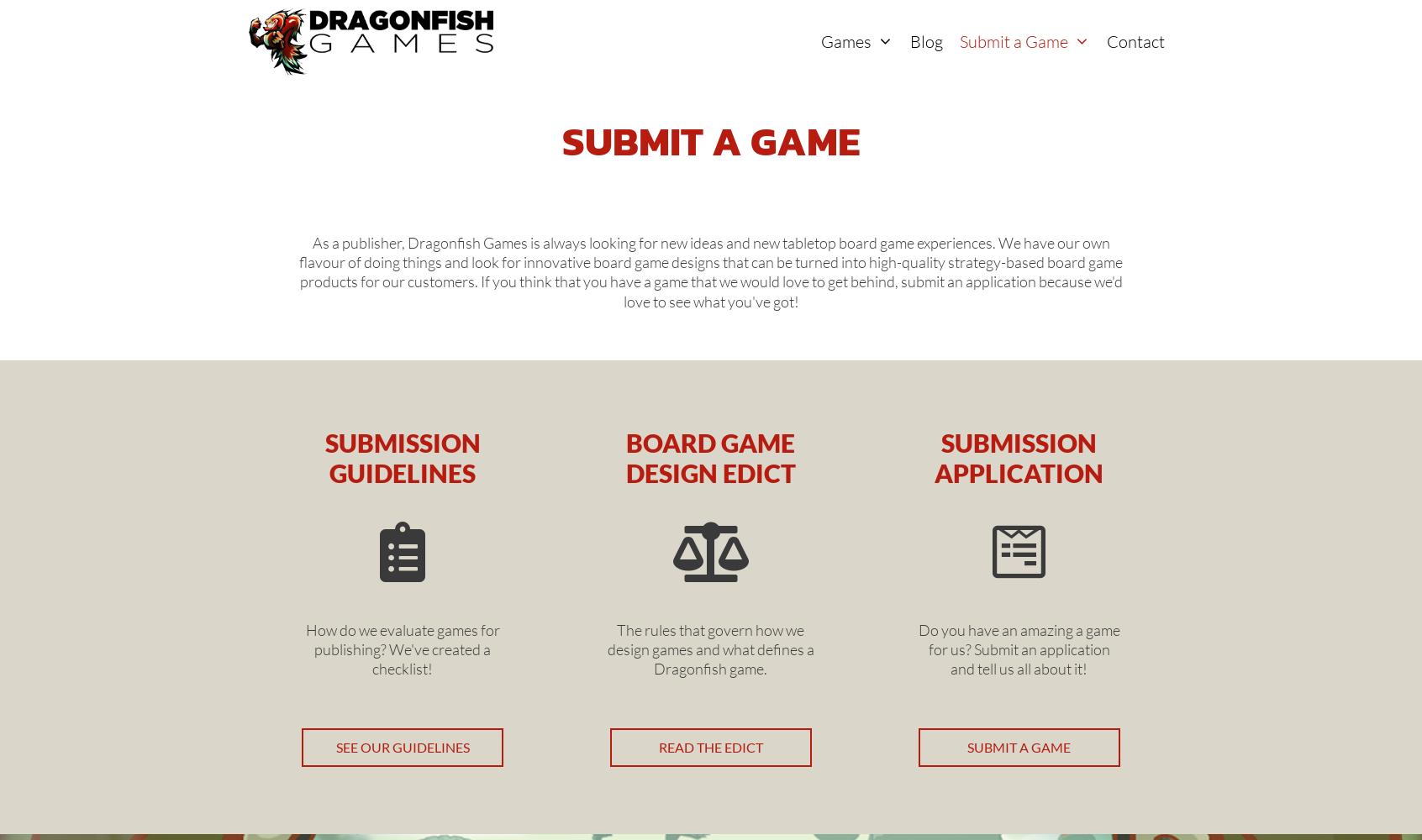  Describe the element at coordinates (934, 458) in the screenshot. I see `'Submission Application'` at that location.